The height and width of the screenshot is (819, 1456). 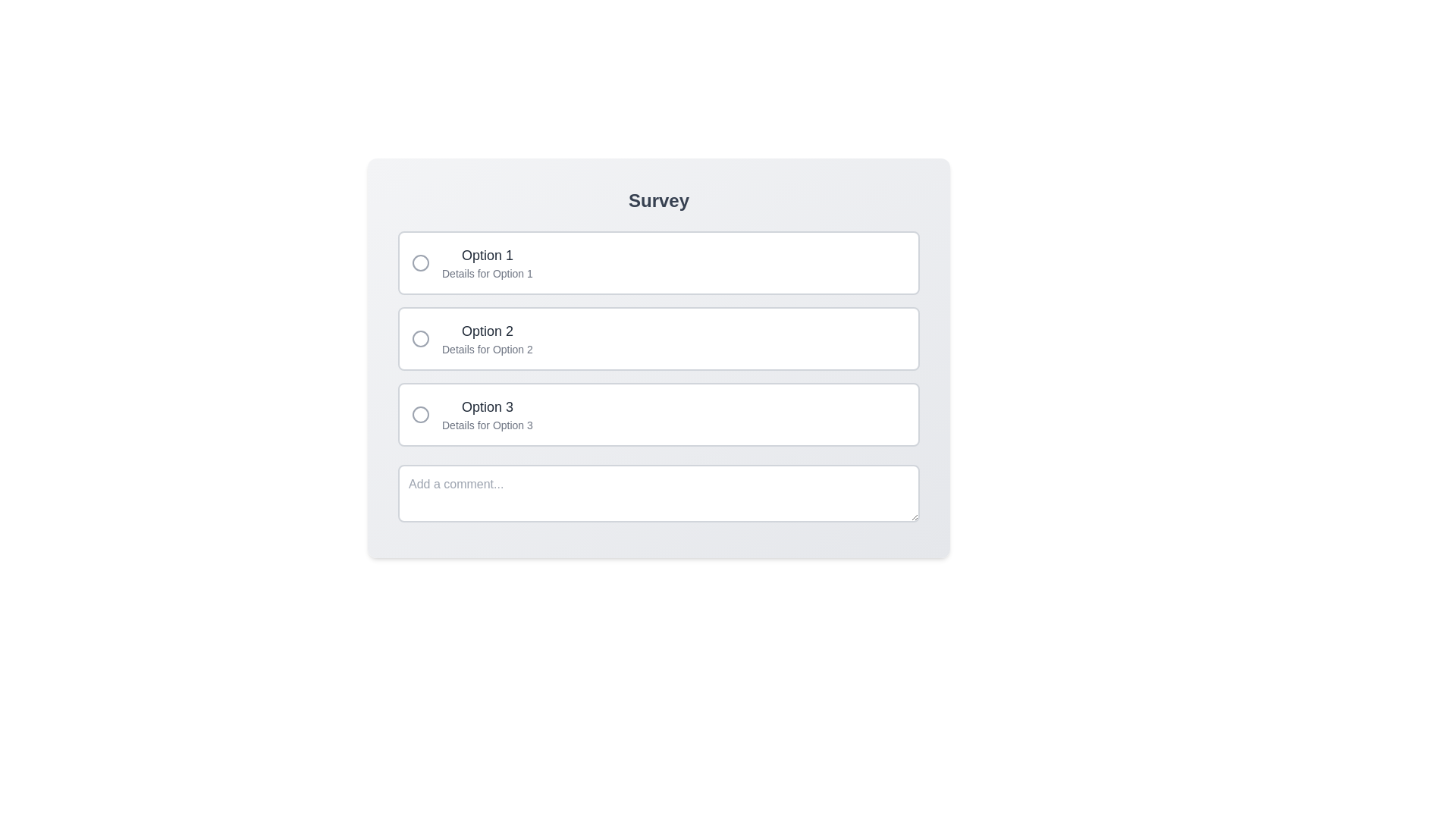 I want to click on text label displaying 'Option 1' in bold and dark gray, located at the top-left of the first option card above the description text, so click(x=488, y=254).